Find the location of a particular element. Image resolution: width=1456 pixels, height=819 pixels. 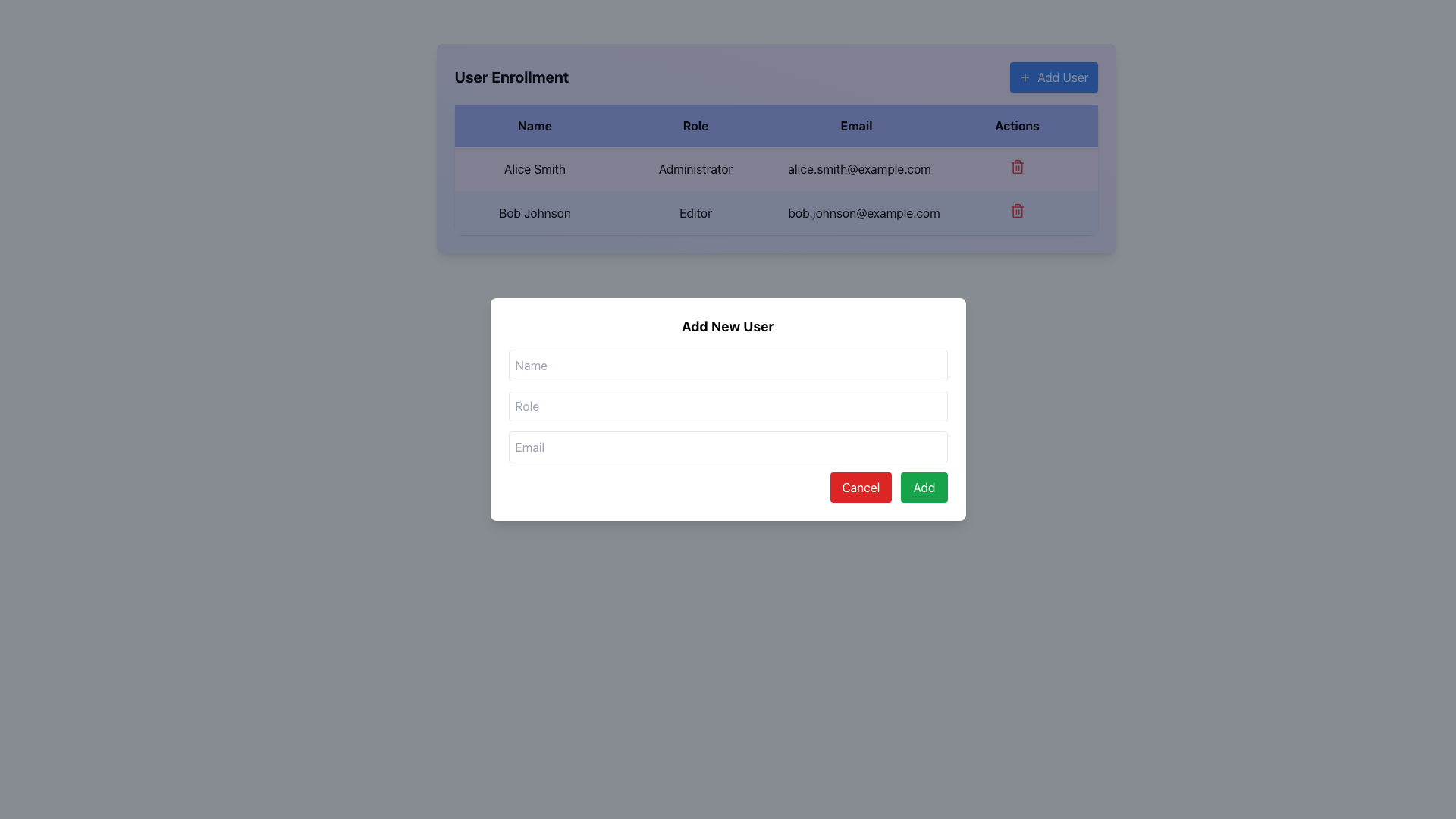

the red 'Cancel' button located in the modal dialog box is located at coordinates (861, 488).